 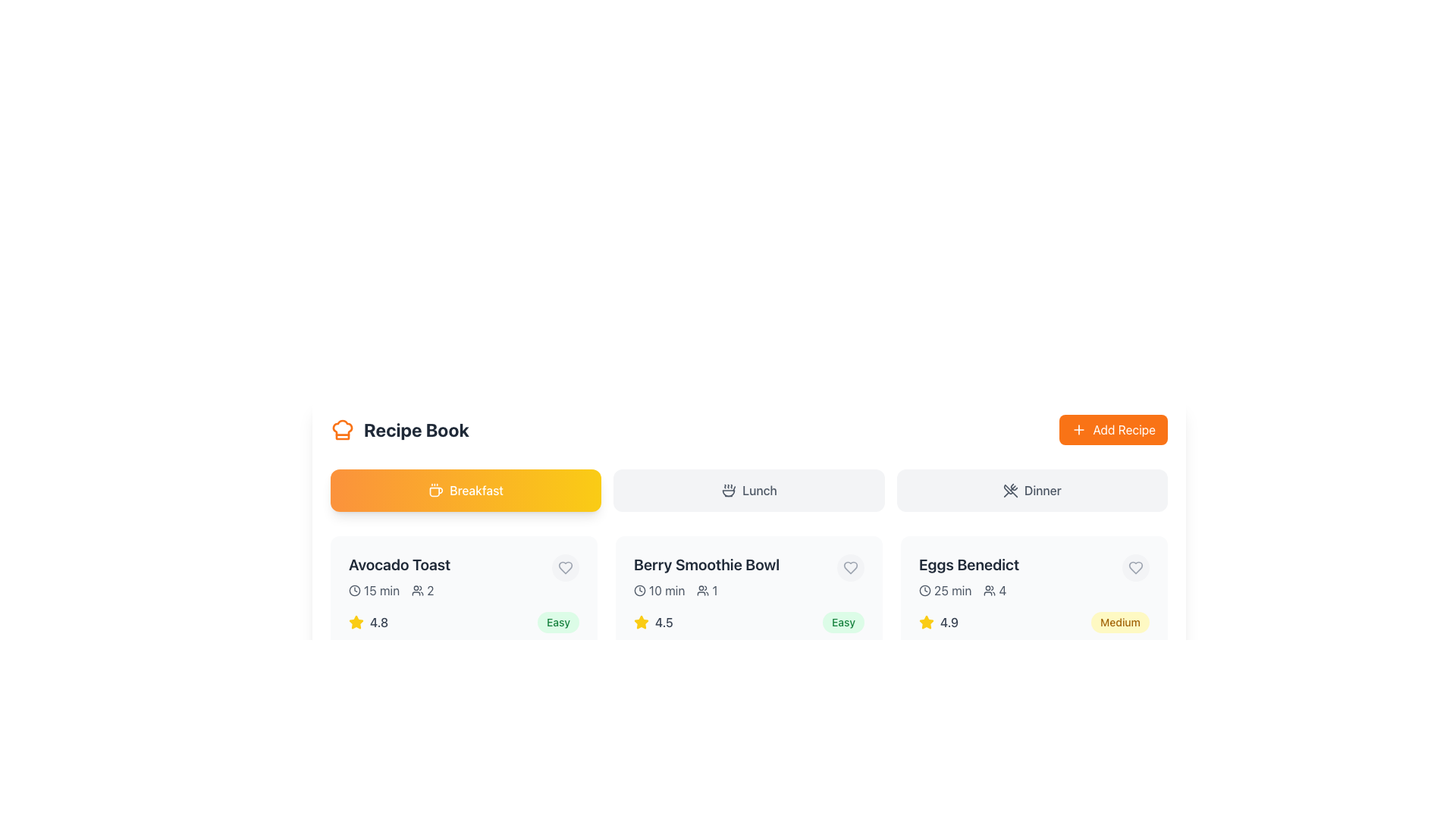 I want to click on the information displayed in the horizontal group containing the clock icon with '25 min' and the user icon with '4', located in the card for the 'Eggs Benedict' recipe, so click(x=968, y=590).